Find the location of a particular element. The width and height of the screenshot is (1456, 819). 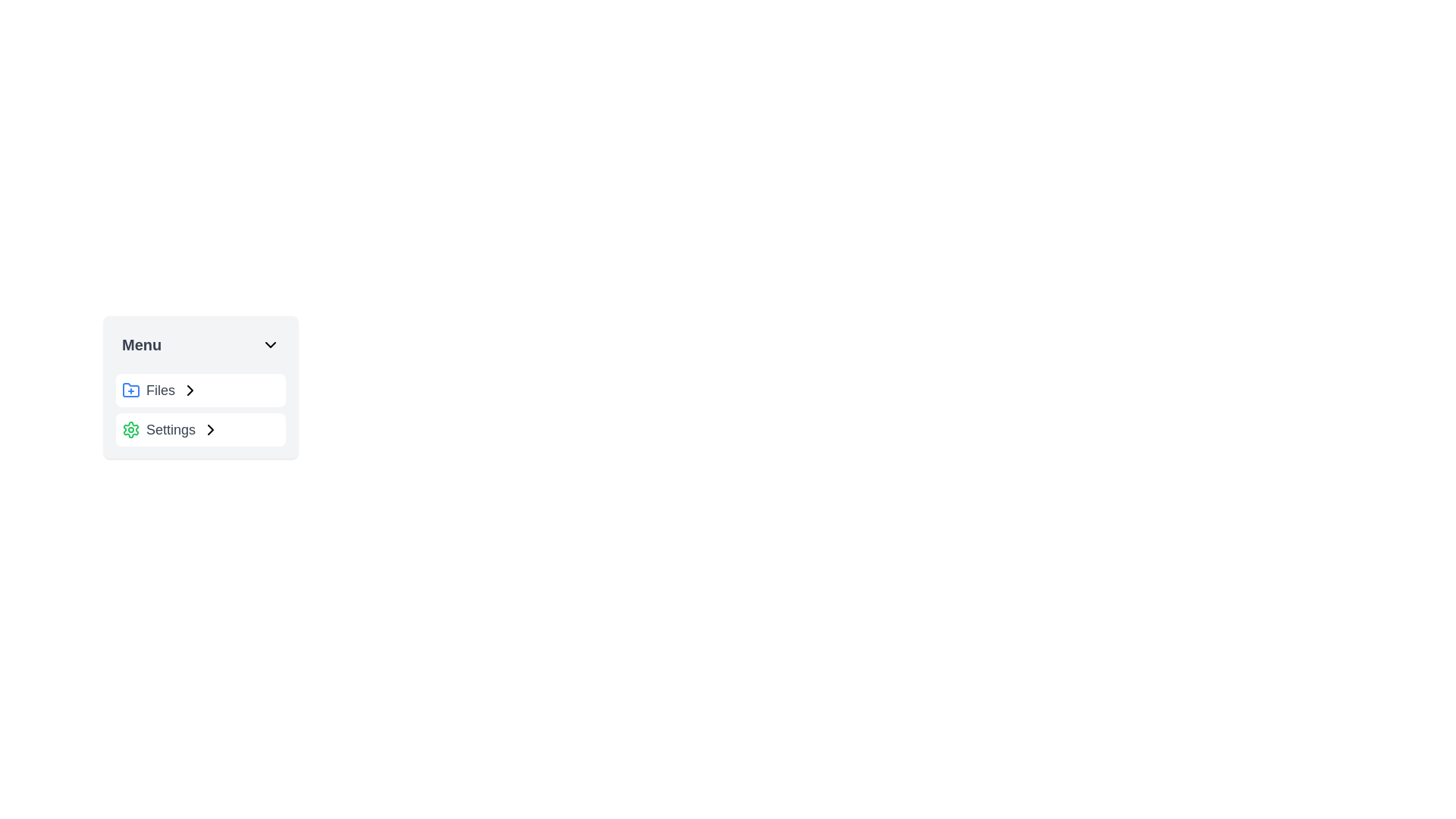

the 'Settings' menu item, which features a green settings icon and a chevron indicator is located at coordinates (199, 430).